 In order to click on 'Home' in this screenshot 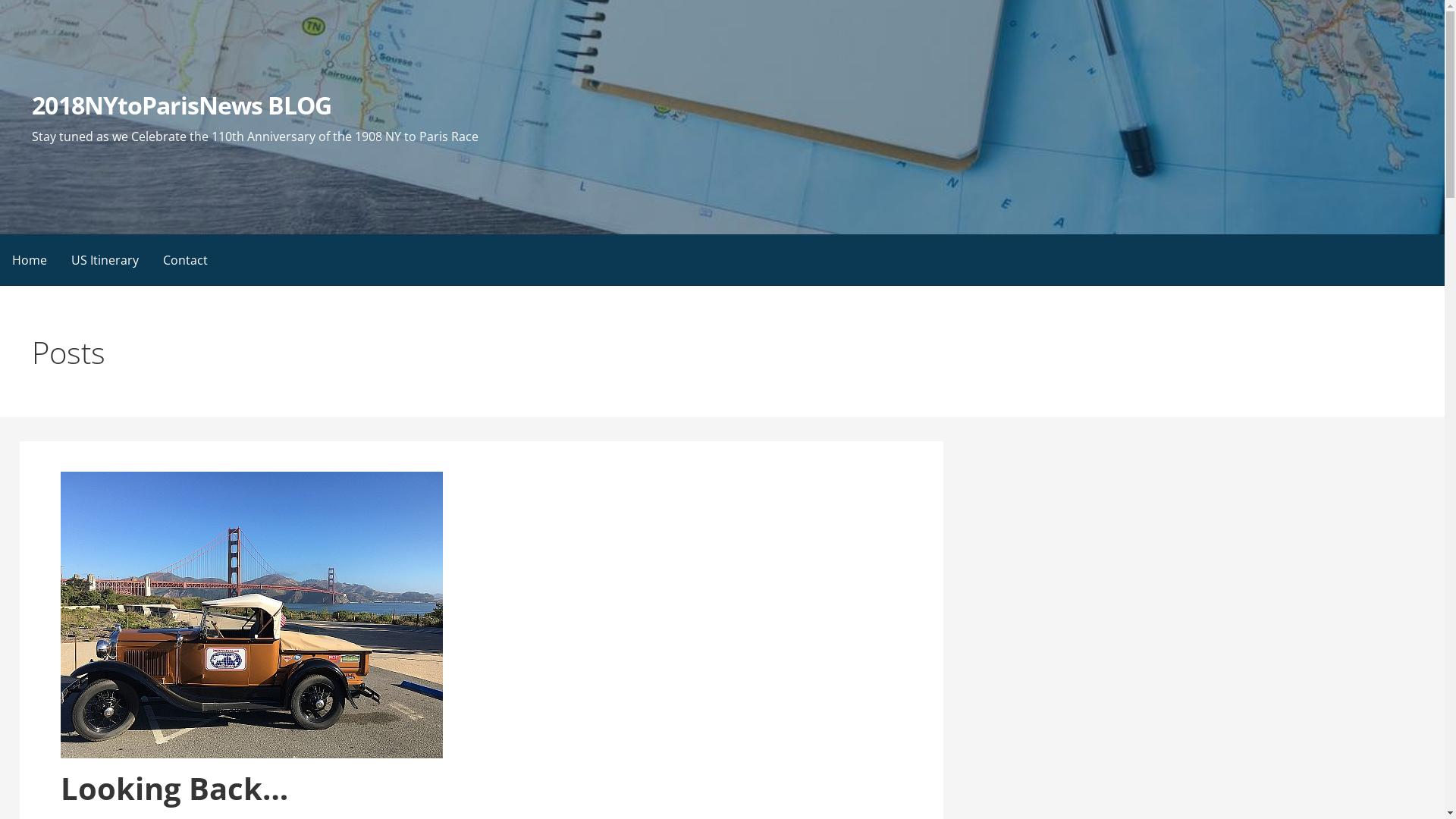, I will do `click(29, 259)`.